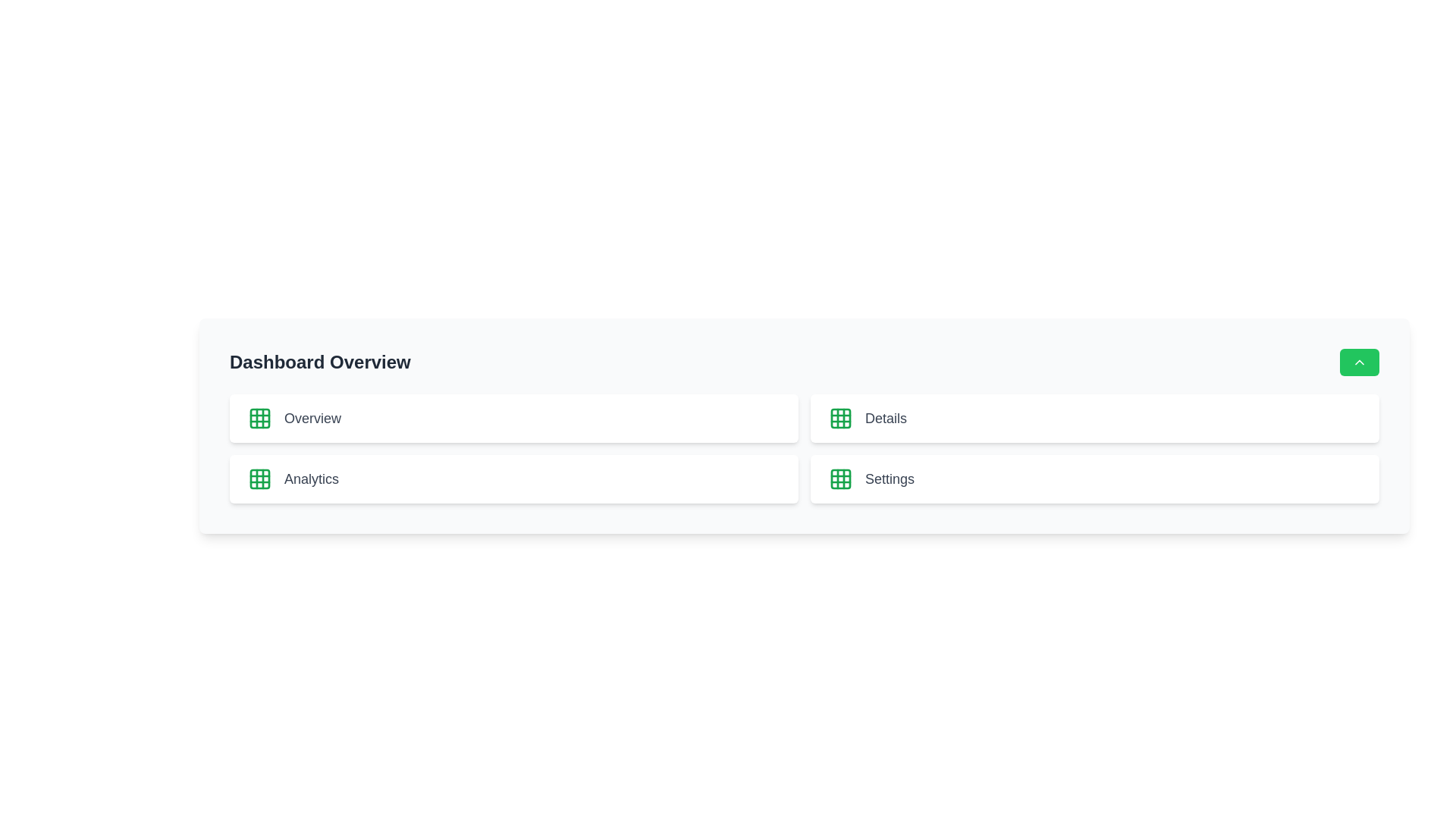 The image size is (1456, 819). What do you see at coordinates (312, 418) in the screenshot?
I see `the text label displaying 'Overview' in gray font, which is located in the first row of options under the 'Dashboard Overview' header, to the right of the green grid icon` at bounding box center [312, 418].